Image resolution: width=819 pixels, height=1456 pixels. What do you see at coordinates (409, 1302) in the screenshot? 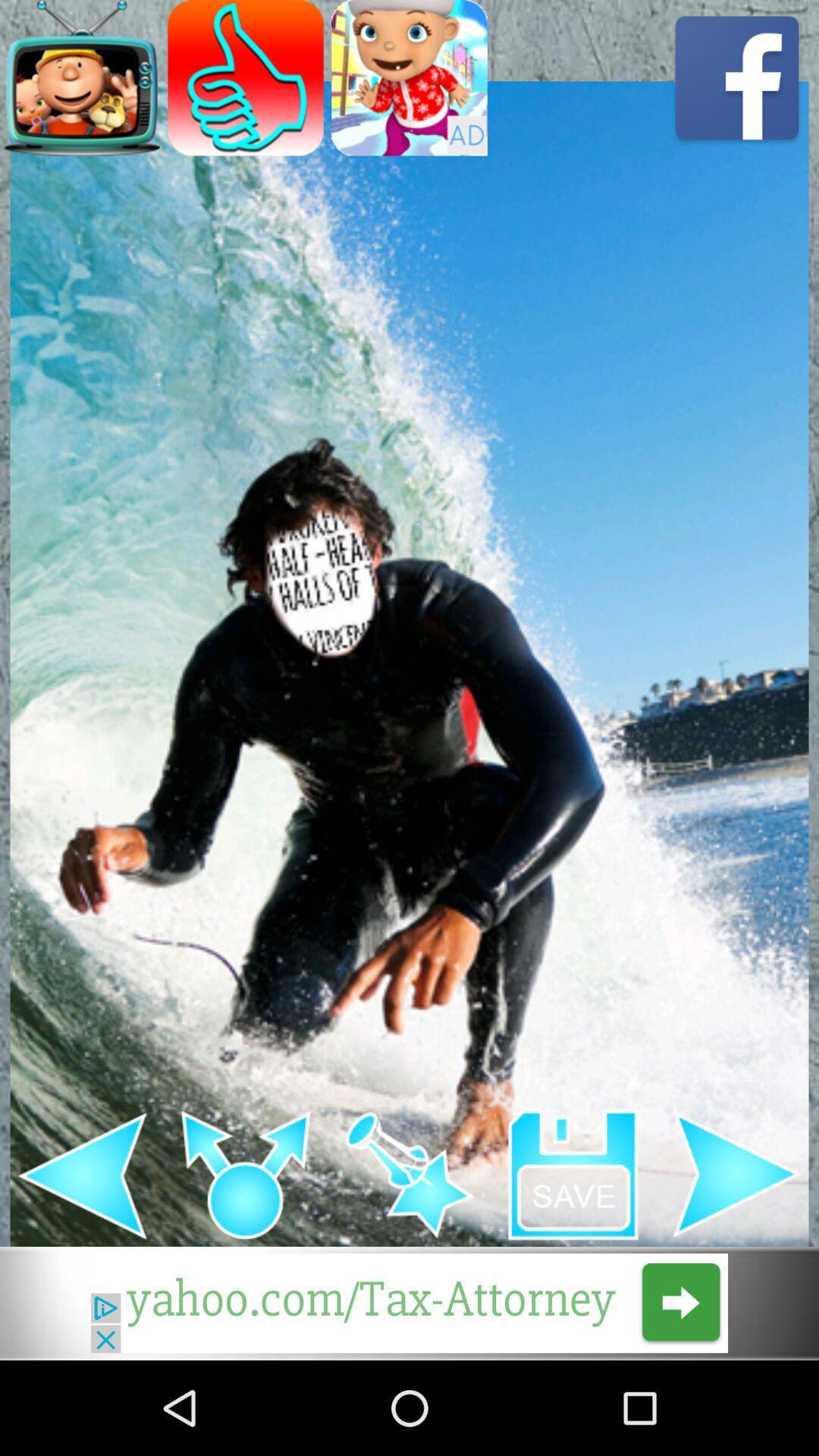
I see `link to advertisement link` at bounding box center [409, 1302].